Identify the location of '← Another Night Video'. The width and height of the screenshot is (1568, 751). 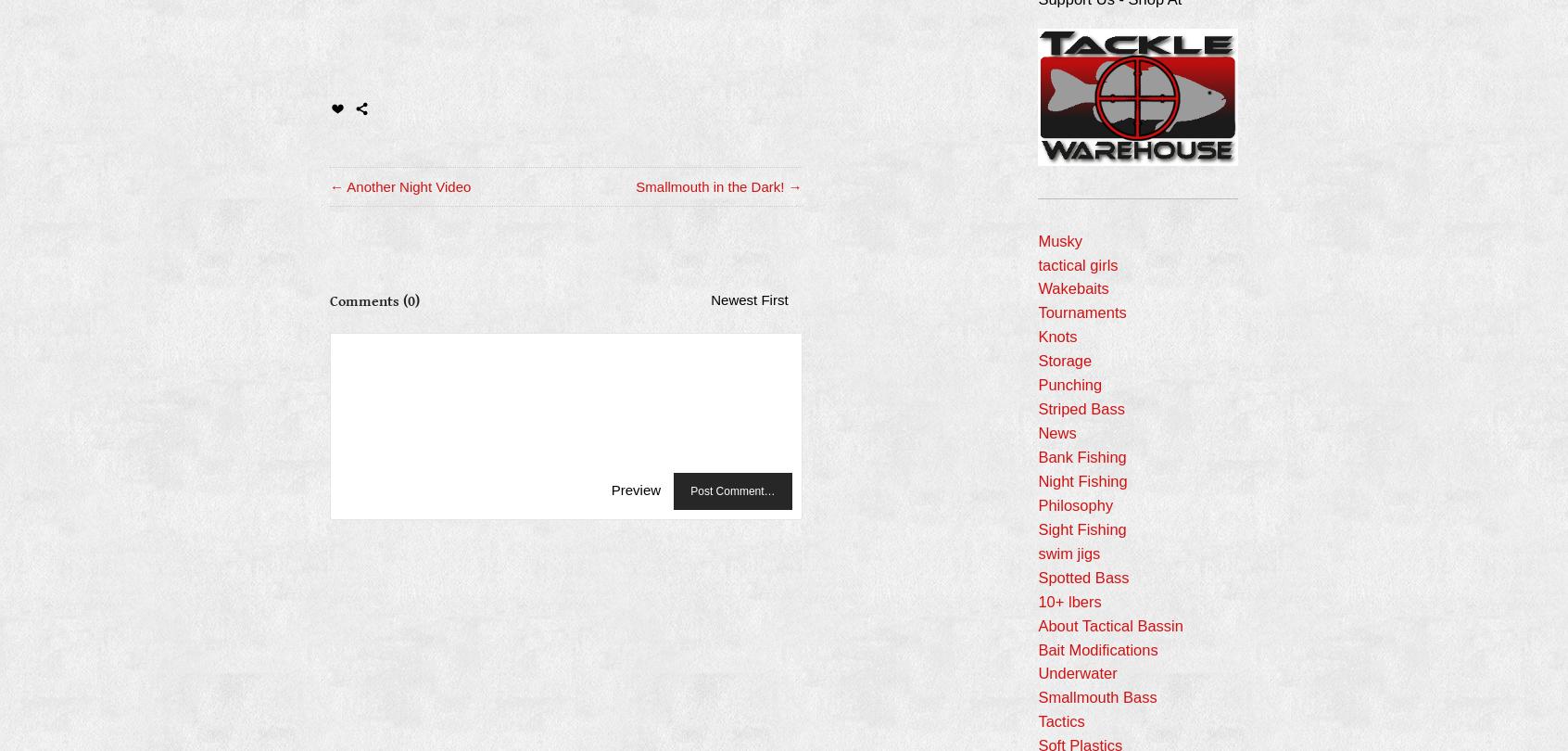
(329, 186).